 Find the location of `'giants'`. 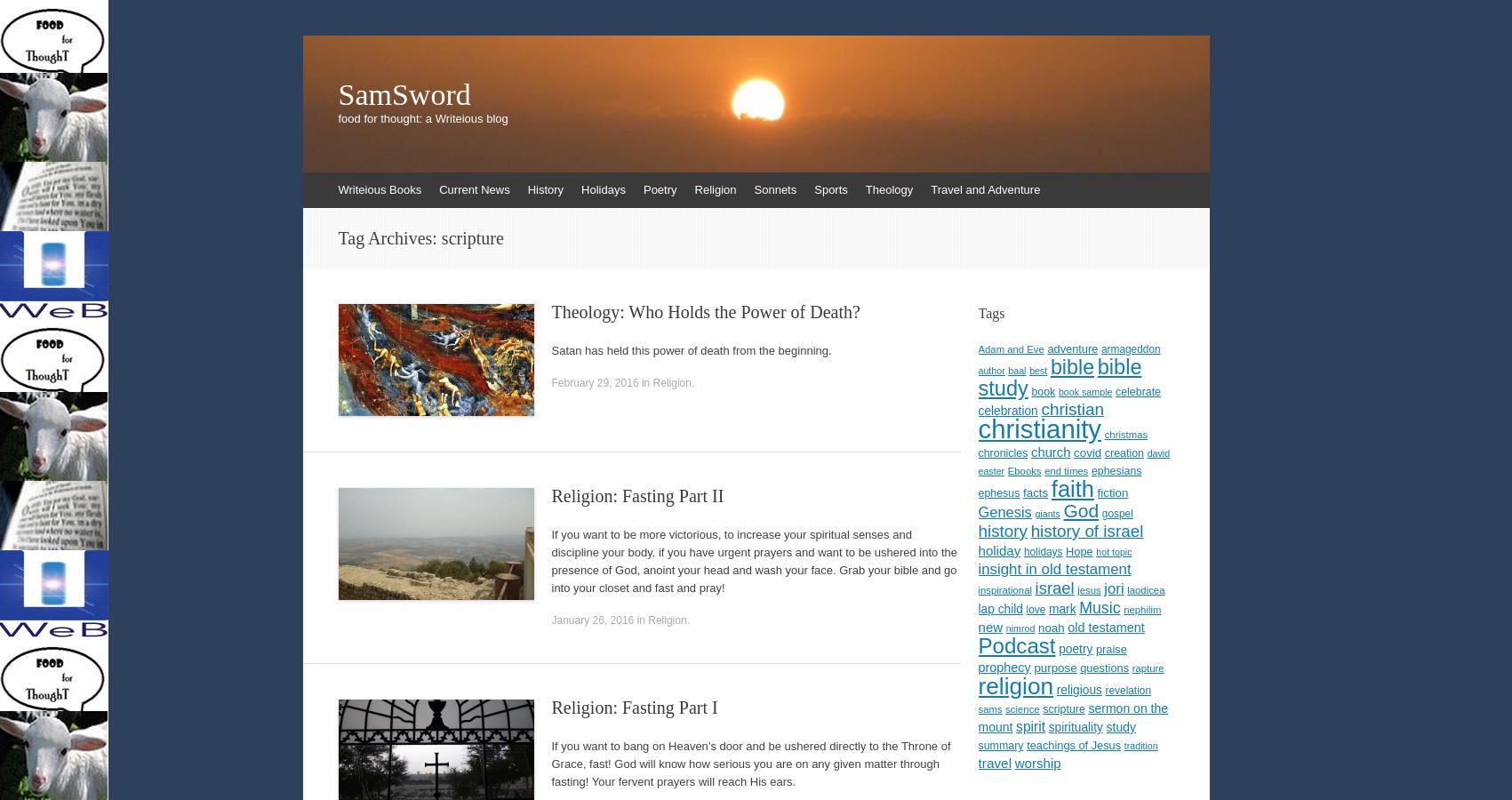

'giants' is located at coordinates (1045, 513).